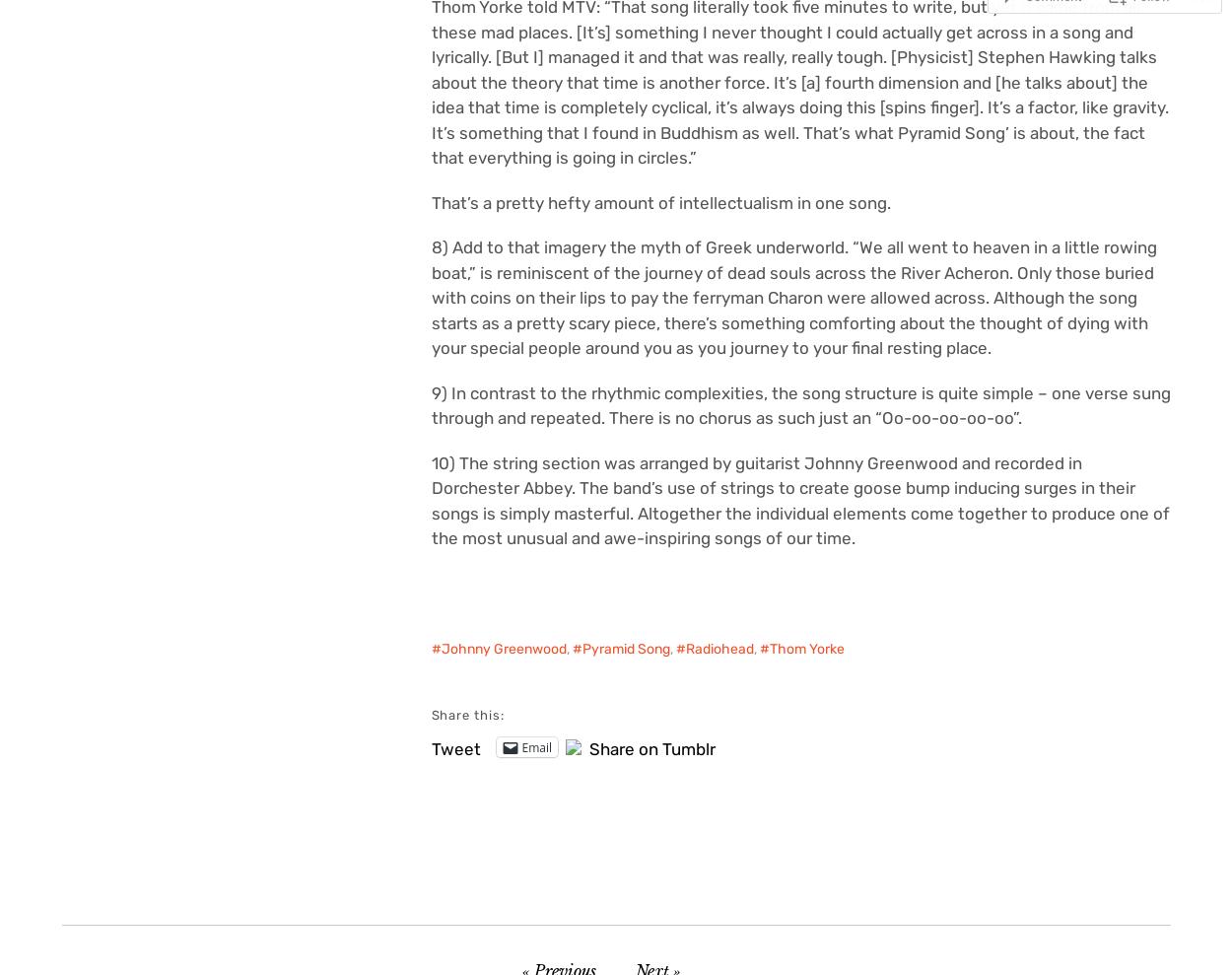 Image resolution: width=1232 pixels, height=975 pixels. I want to click on 'Thom Yorke', so click(805, 649).